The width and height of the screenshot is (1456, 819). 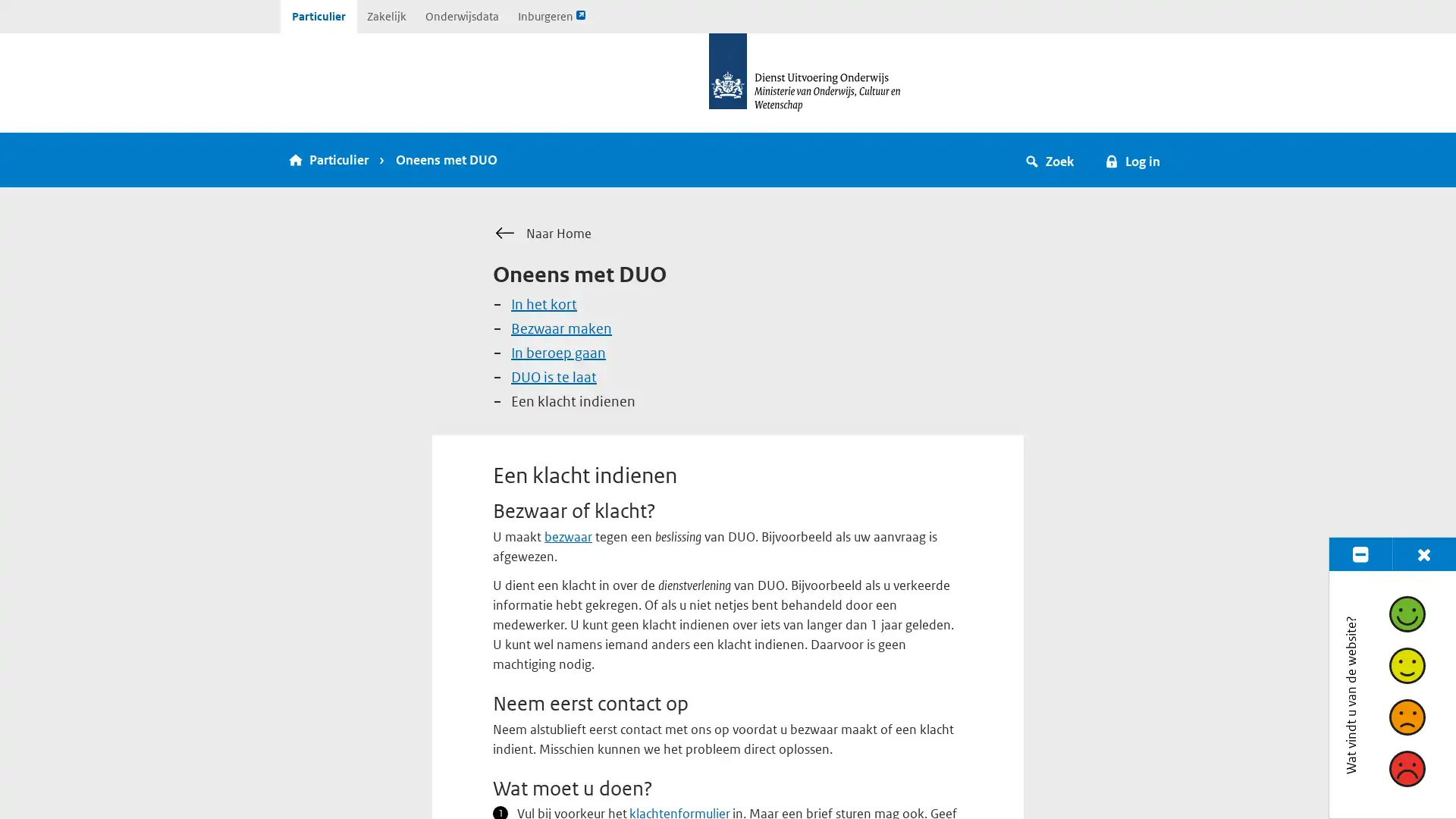 What do you see at coordinates (1131, 160) in the screenshot?
I see `Log in` at bounding box center [1131, 160].